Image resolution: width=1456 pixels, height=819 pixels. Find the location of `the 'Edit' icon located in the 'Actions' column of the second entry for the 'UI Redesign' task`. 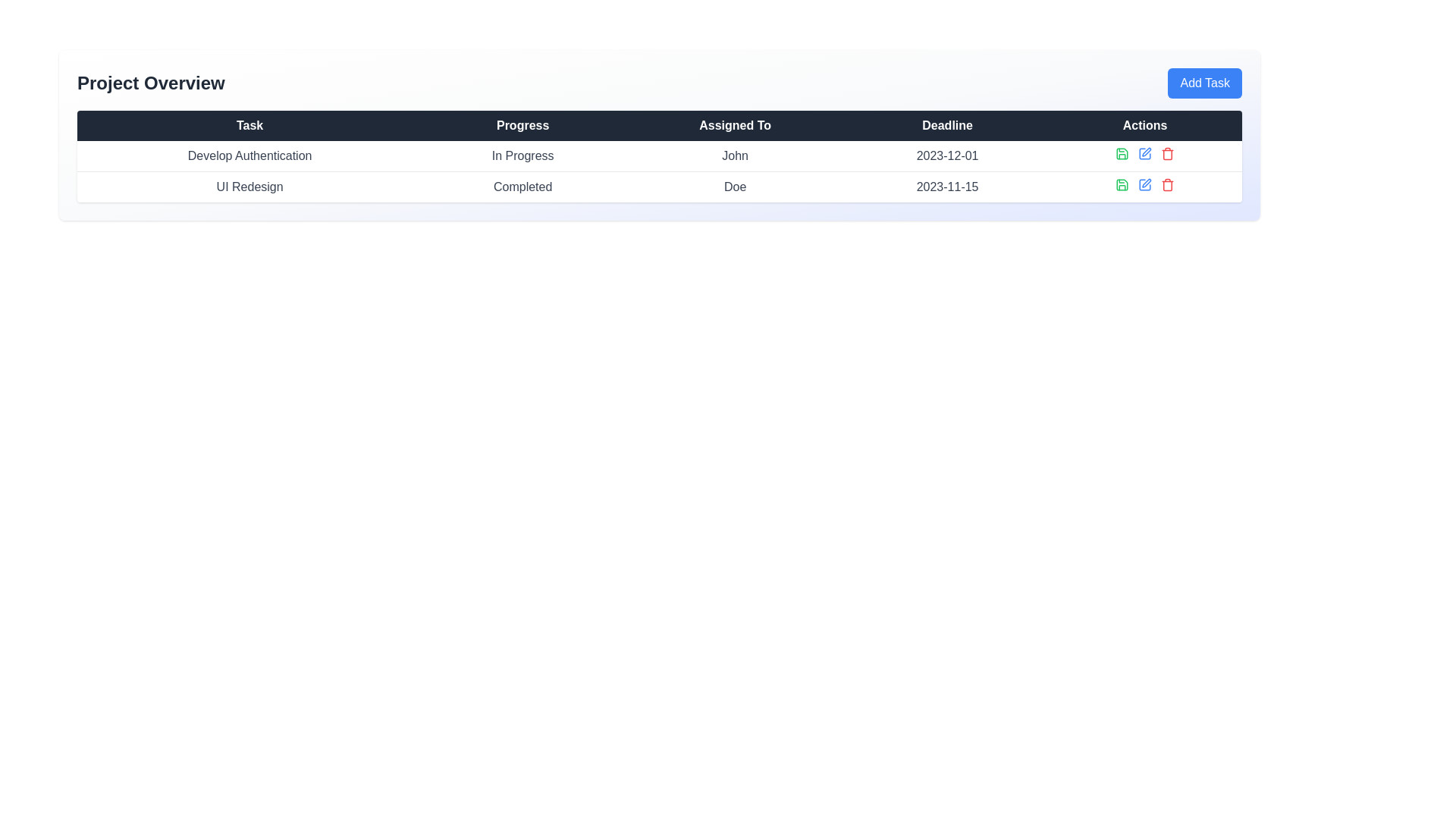

the 'Edit' icon located in the 'Actions' column of the second entry for the 'UI Redesign' task is located at coordinates (1145, 184).